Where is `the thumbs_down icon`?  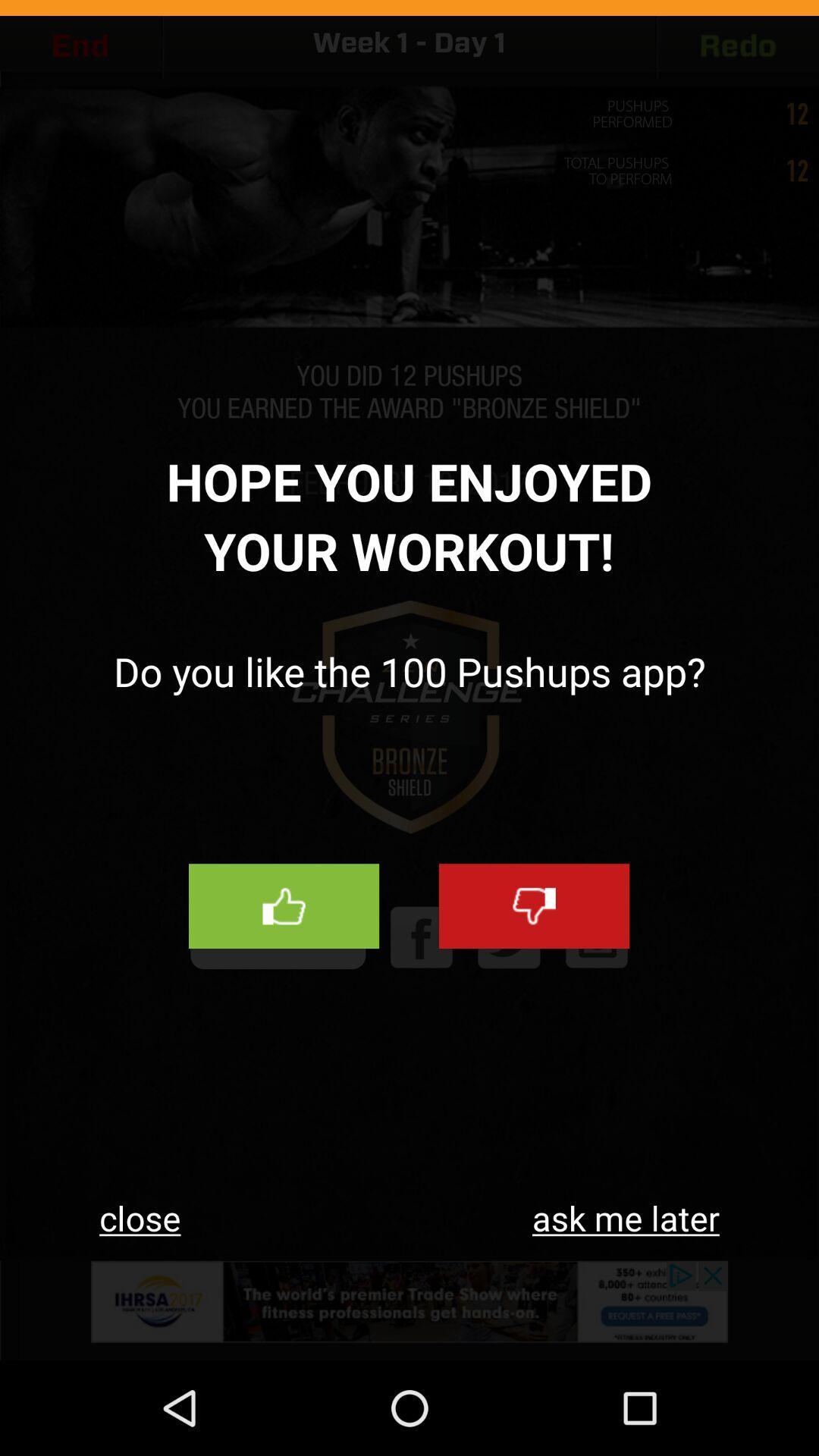
the thumbs_down icon is located at coordinates (533, 969).